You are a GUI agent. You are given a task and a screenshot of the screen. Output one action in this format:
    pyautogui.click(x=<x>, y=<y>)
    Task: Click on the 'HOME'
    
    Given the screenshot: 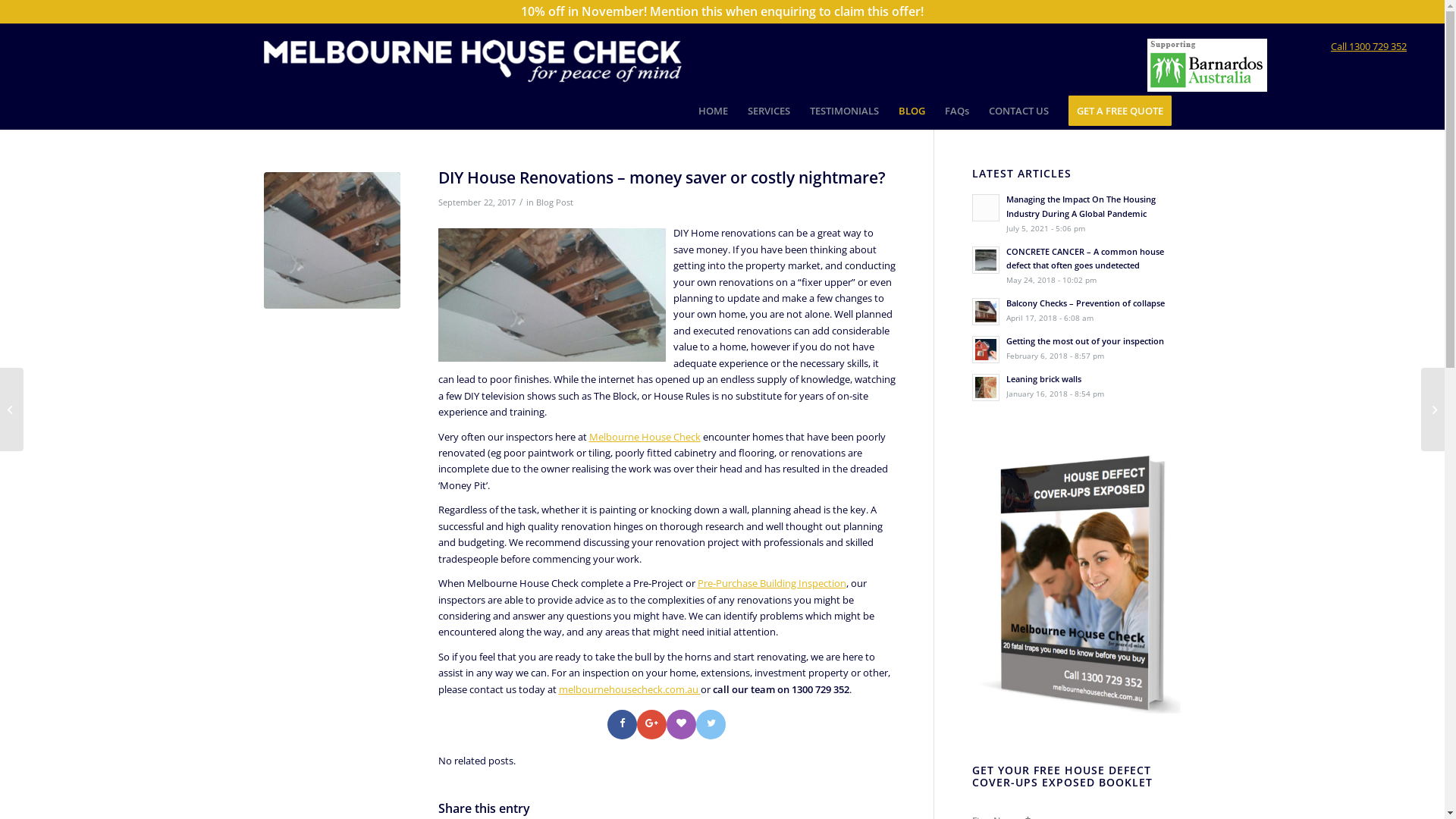 What is the action you would take?
    pyautogui.click(x=712, y=110)
    